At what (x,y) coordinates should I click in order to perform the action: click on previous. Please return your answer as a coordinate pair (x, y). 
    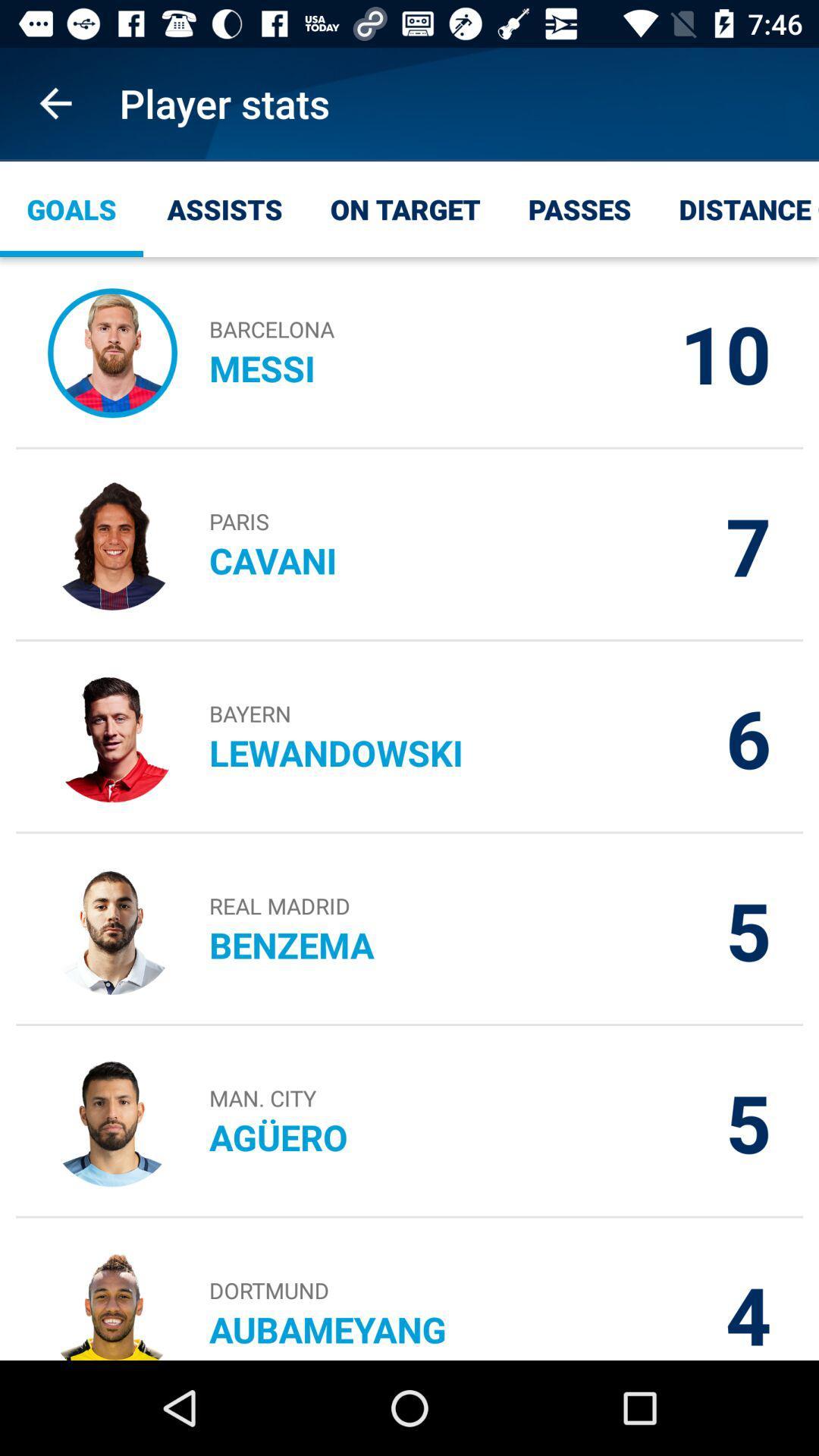
    Looking at the image, I should click on (55, 102).